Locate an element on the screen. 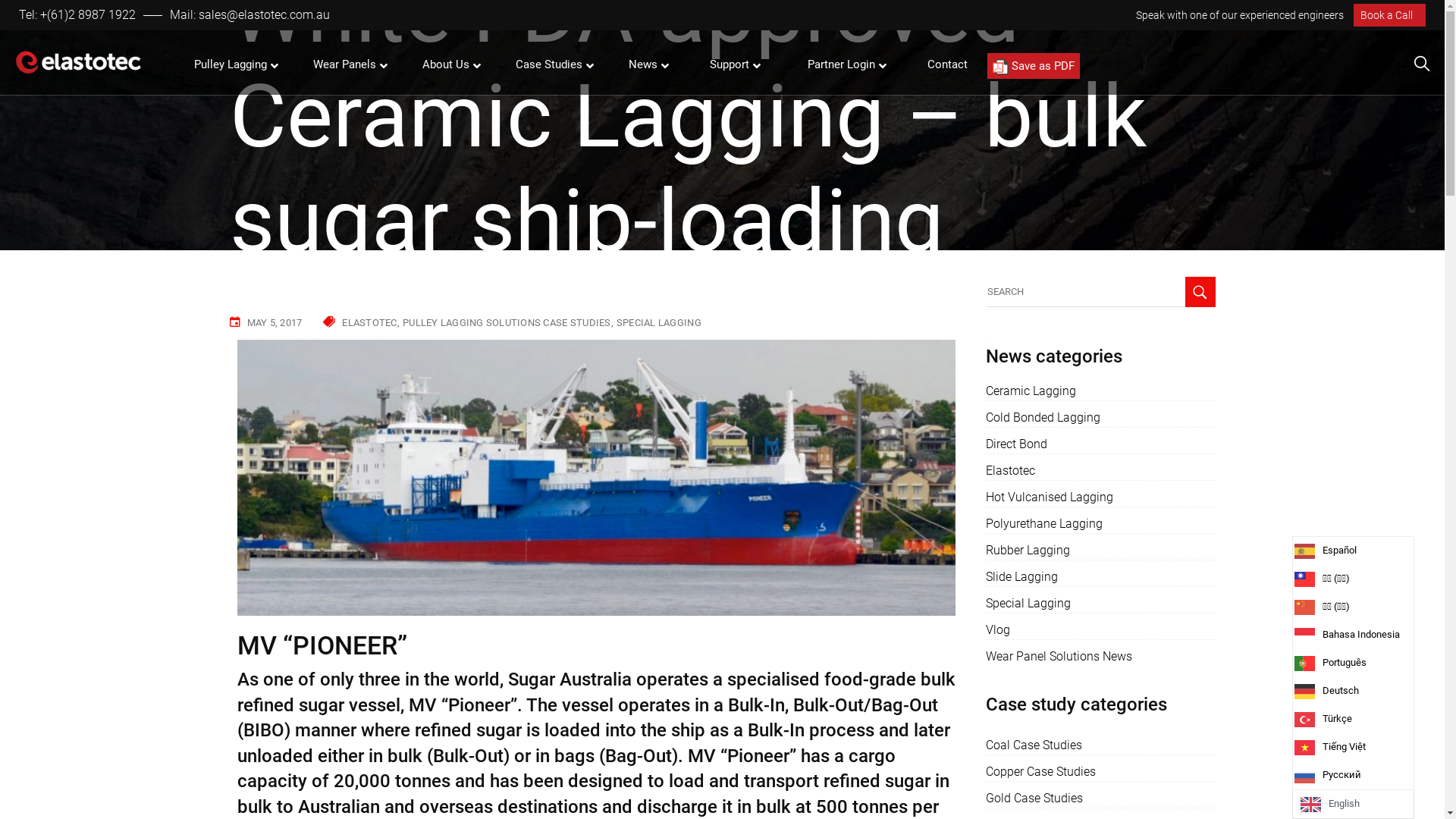 The height and width of the screenshot is (819, 1456). 'Copper Case Studies' is located at coordinates (986, 772).